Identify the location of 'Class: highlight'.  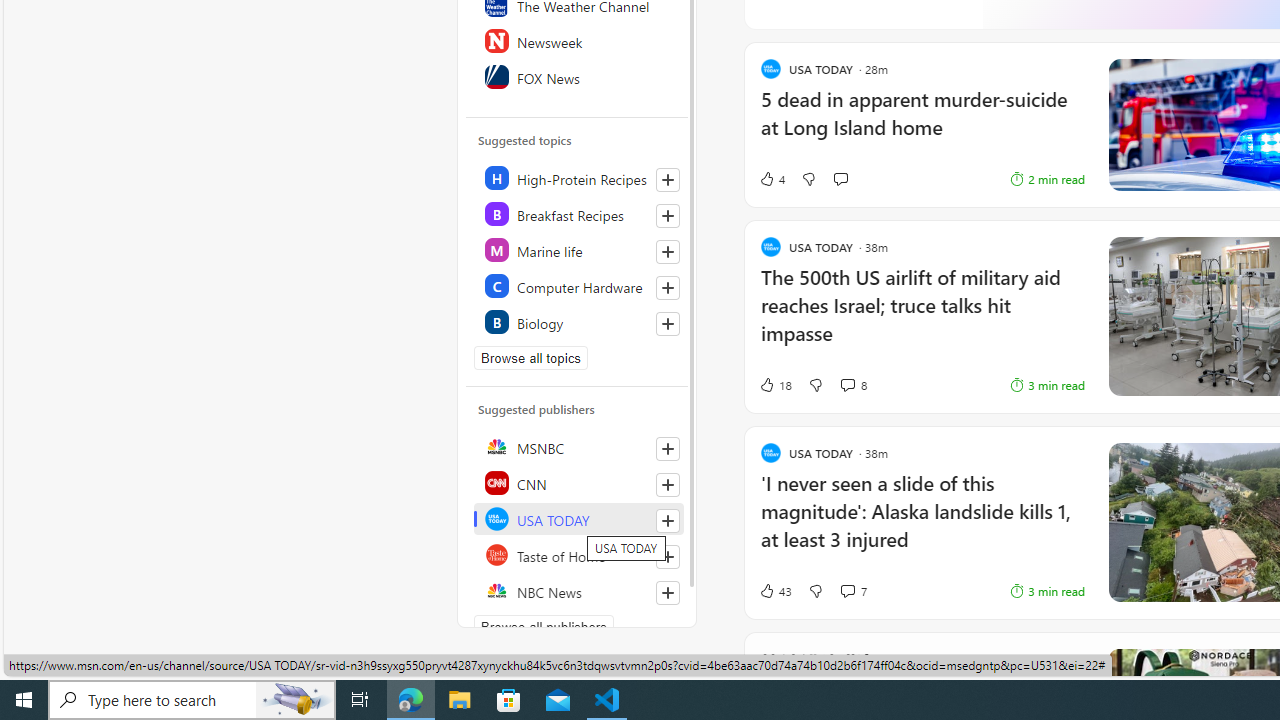
(577, 320).